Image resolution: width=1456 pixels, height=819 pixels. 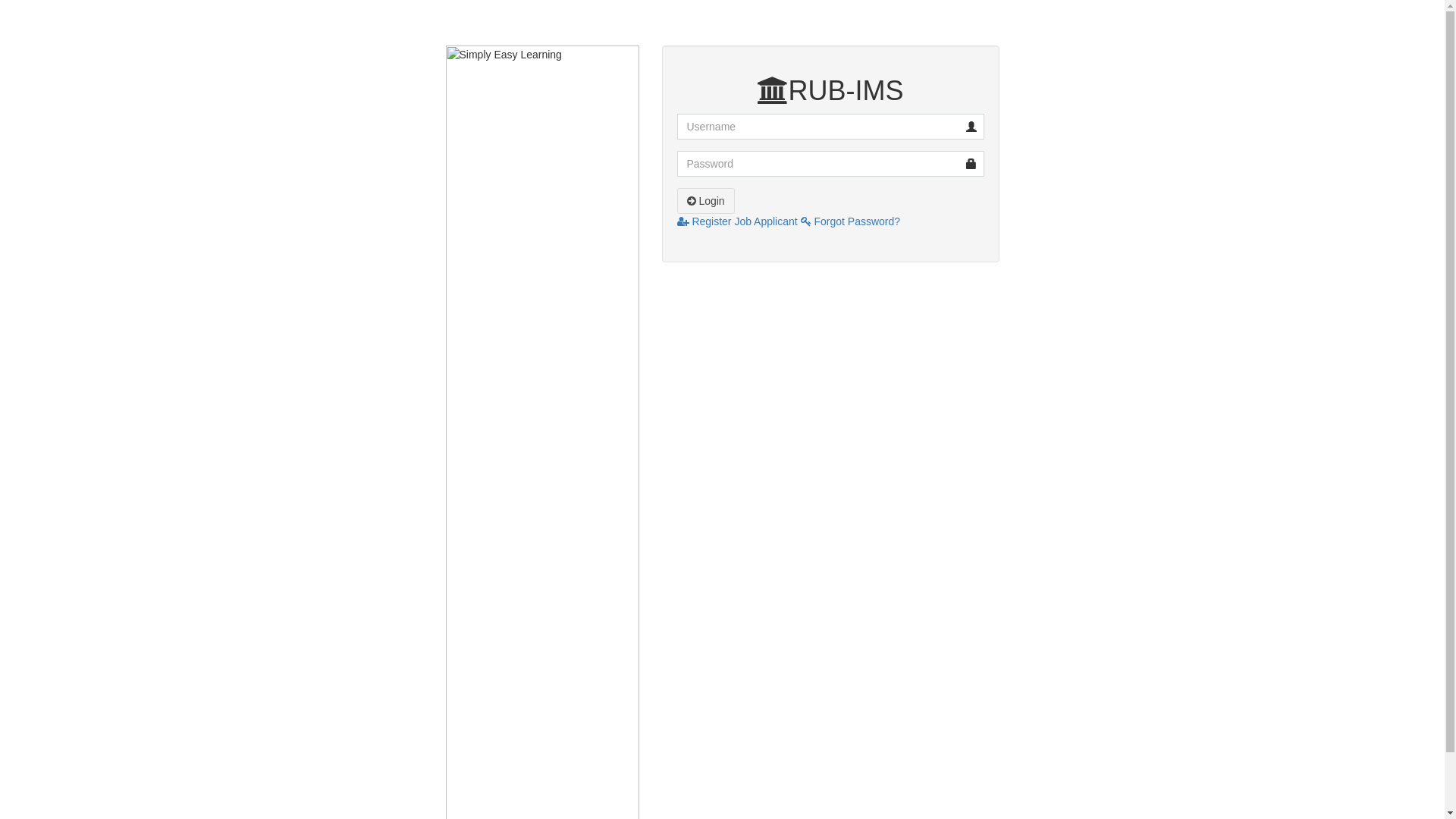 I want to click on 'Forgot Password?', so click(x=851, y=221).